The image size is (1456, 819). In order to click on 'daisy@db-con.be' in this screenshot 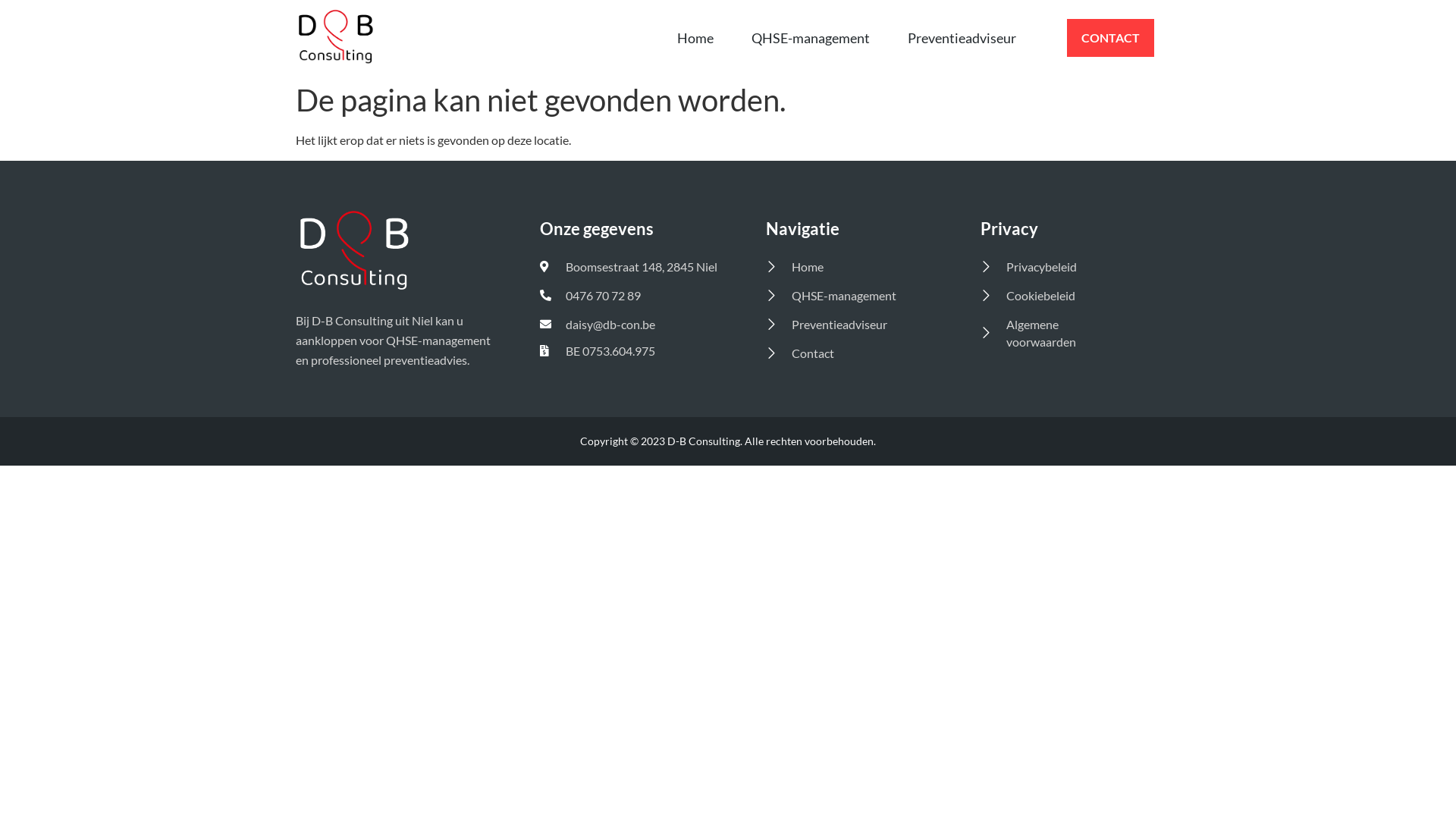, I will do `click(539, 323)`.